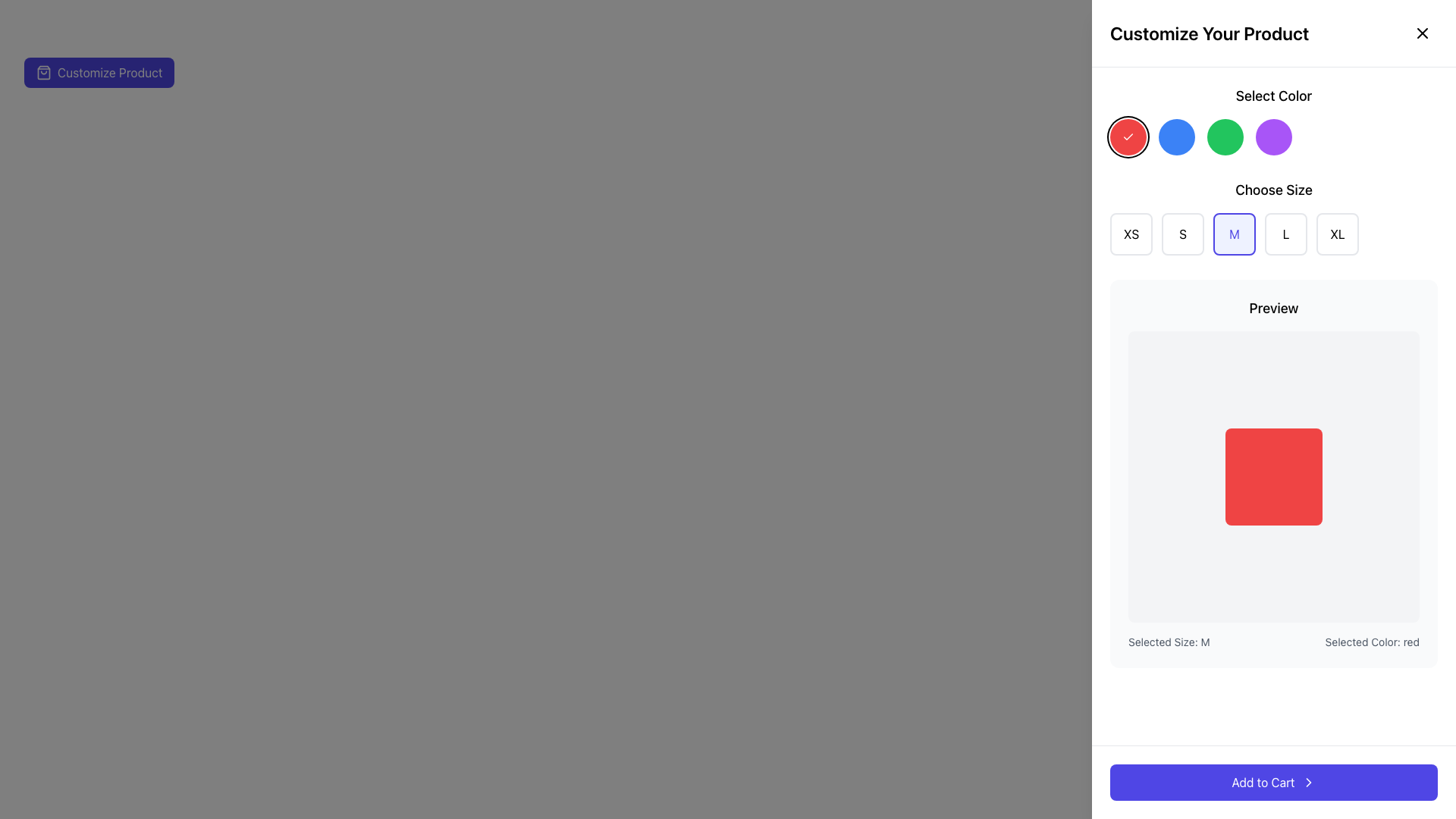 The height and width of the screenshot is (819, 1456). Describe the element at coordinates (1422, 33) in the screenshot. I see `the circular 'X' button located at the top-right corner of the 'Customize Your Product' section` at that location.